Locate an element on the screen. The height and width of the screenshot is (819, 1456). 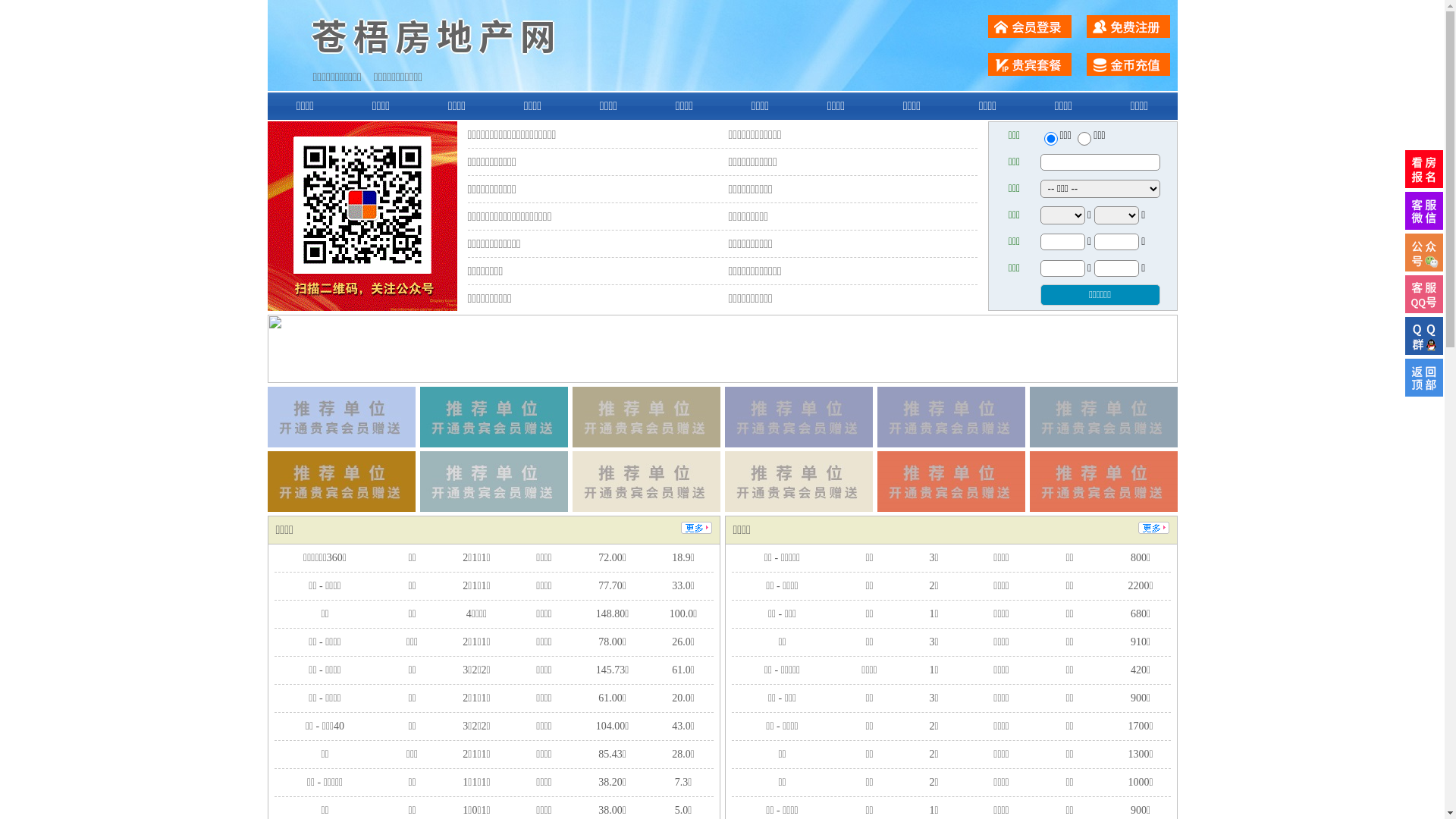
'chuzu' is located at coordinates (1084, 138).